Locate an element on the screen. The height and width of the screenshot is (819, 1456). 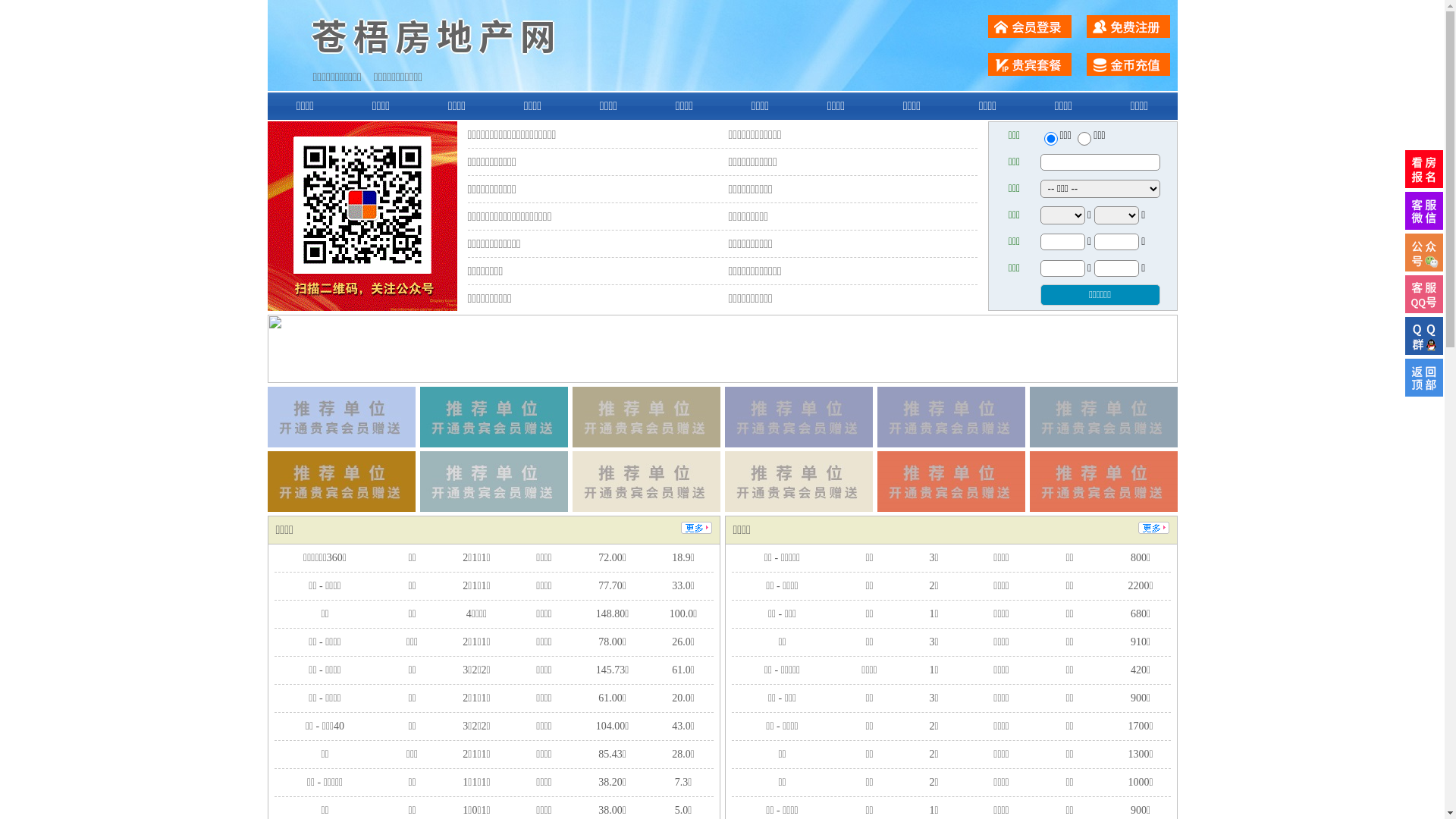
'chuzu' is located at coordinates (1084, 138).